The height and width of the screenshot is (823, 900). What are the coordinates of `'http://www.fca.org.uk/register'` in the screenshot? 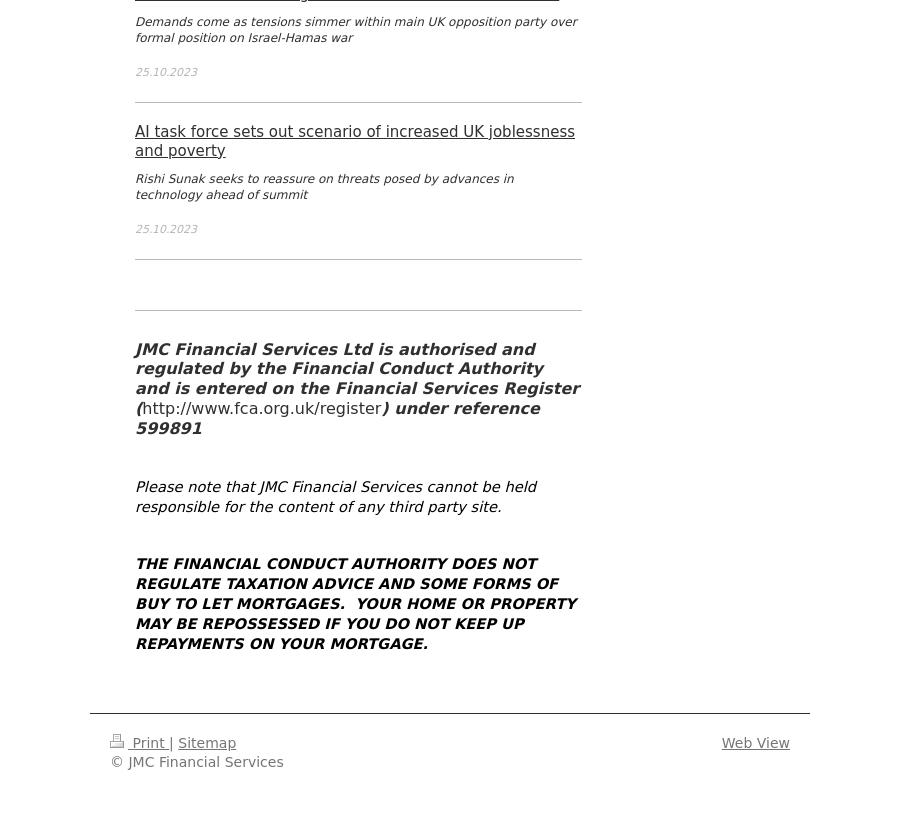 It's located at (260, 407).